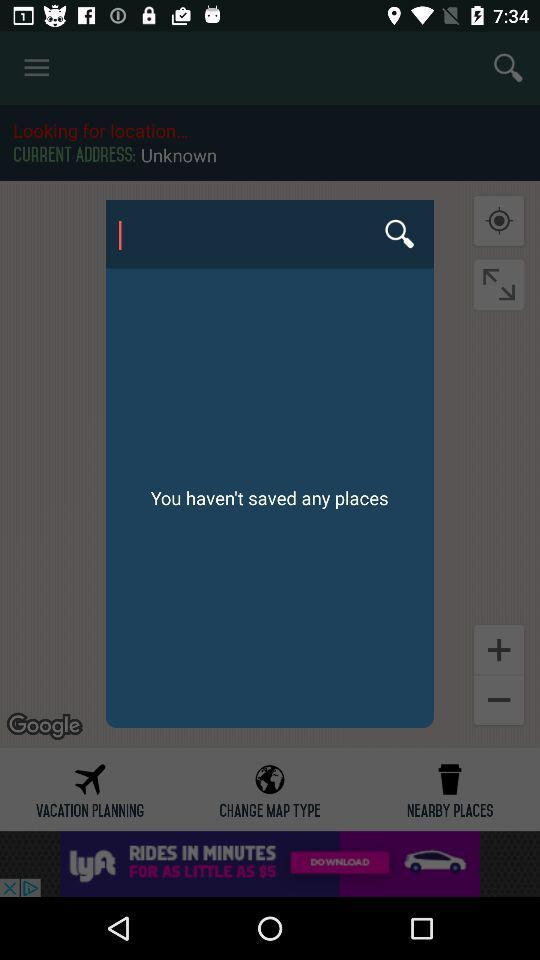  I want to click on the san, so click(269, 234).